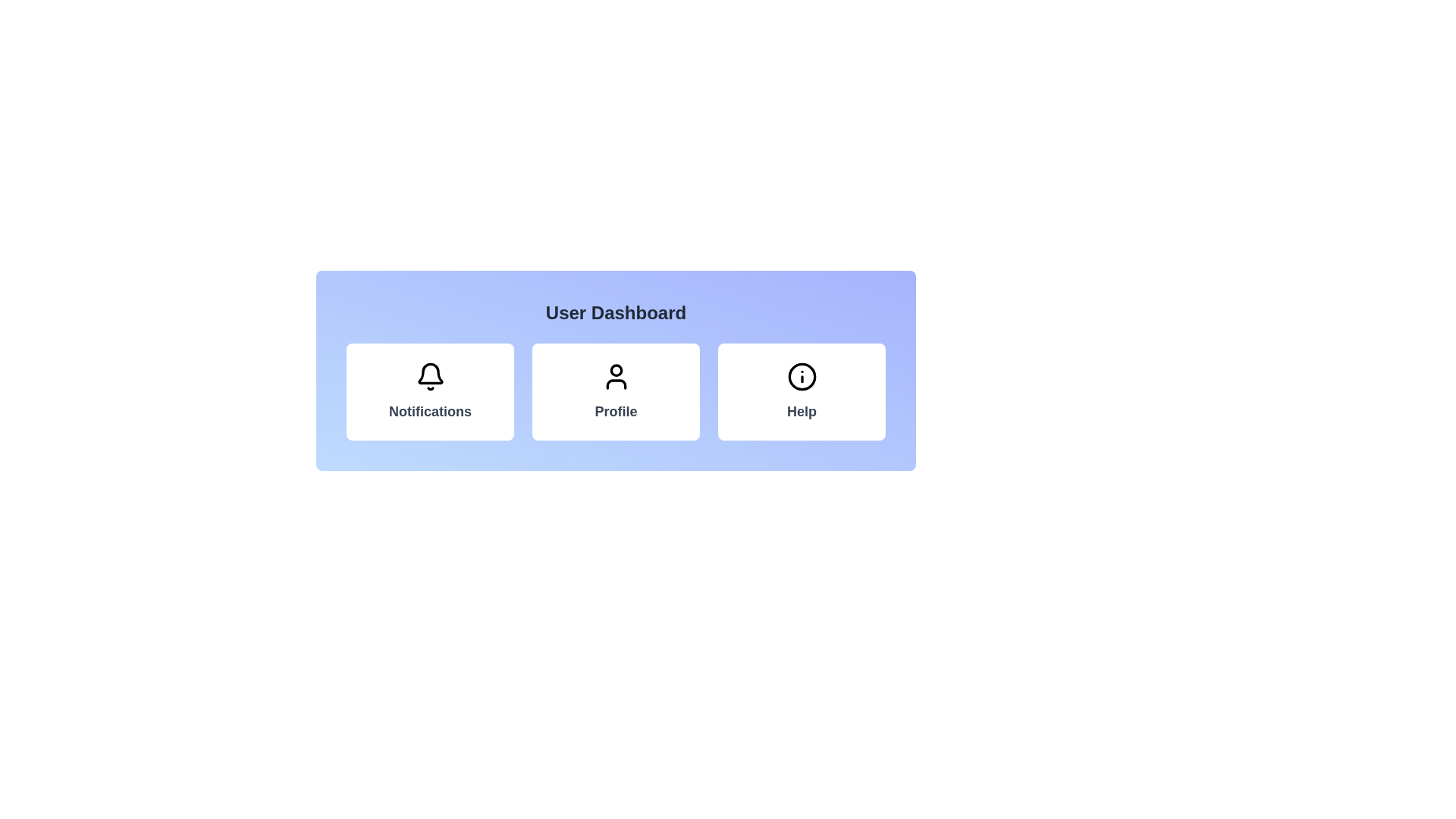 The height and width of the screenshot is (819, 1456). I want to click on the 'Profile' text label, which is located below the user icon in a card component within a three-column layout, so click(616, 412).